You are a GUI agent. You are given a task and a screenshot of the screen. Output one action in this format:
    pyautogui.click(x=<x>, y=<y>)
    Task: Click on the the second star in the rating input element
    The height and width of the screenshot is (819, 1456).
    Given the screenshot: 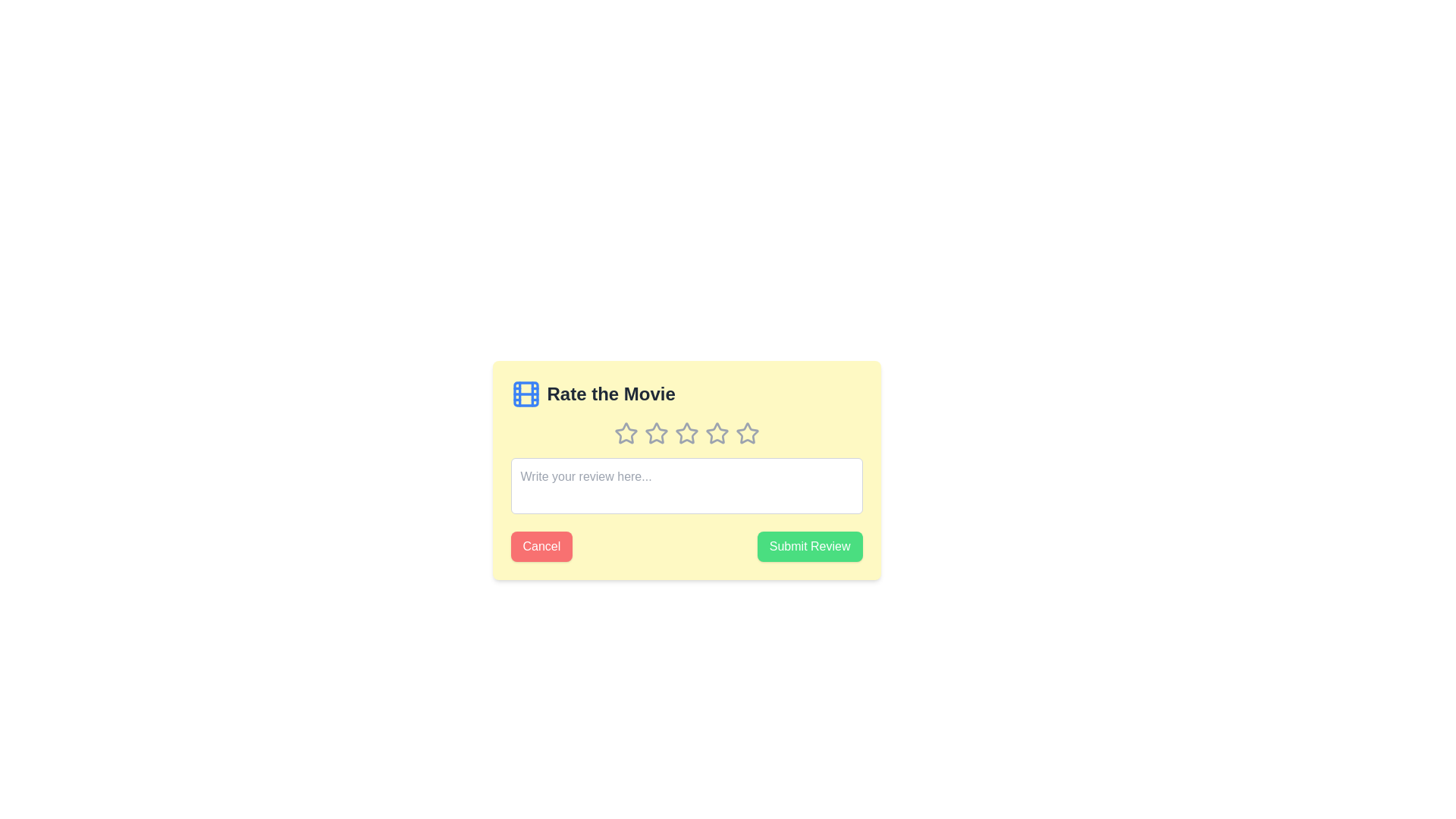 What is the action you would take?
    pyautogui.click(x=656, y=433)
    